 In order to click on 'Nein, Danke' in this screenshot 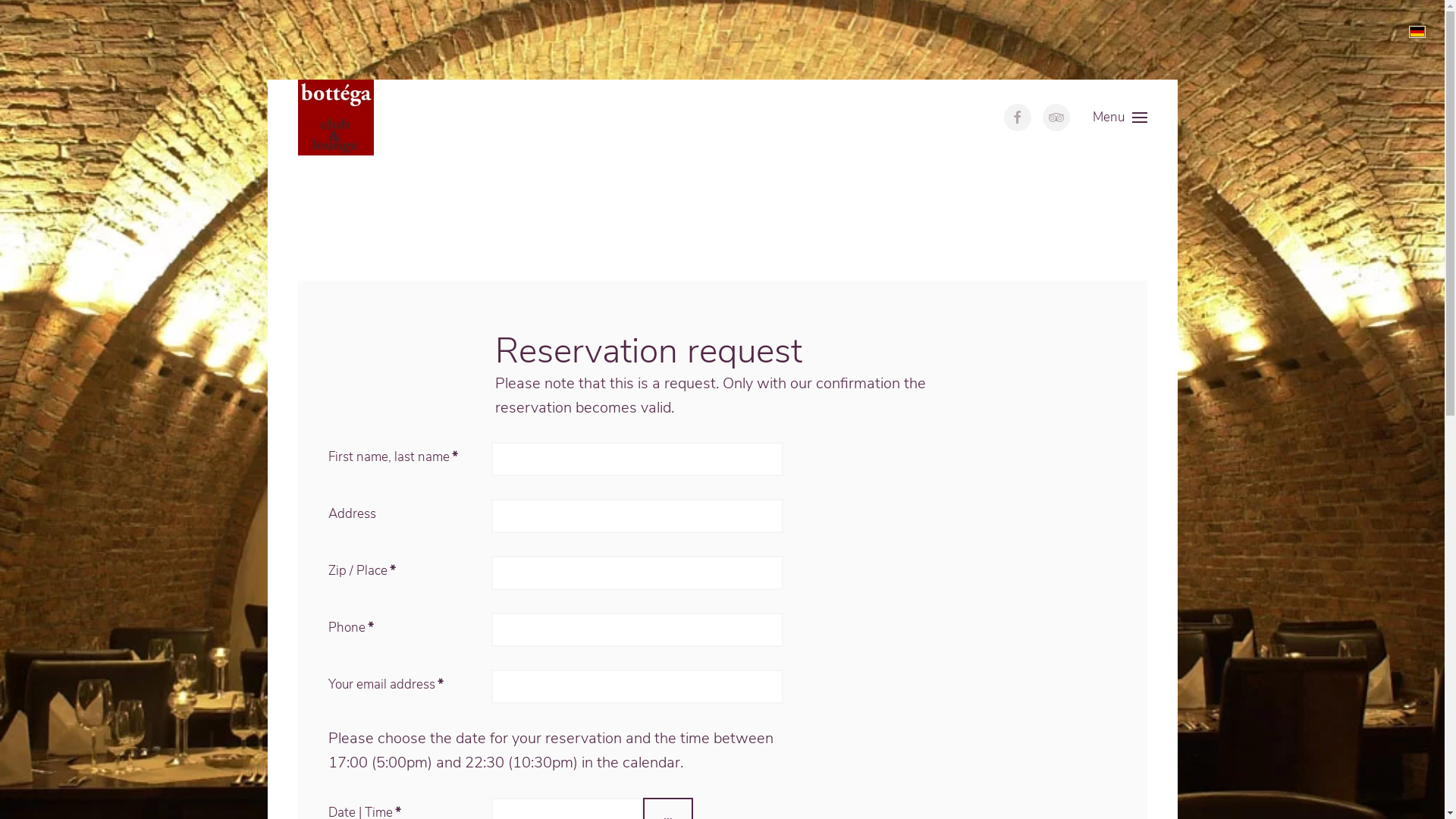, I will do `click(1227, 39)`.